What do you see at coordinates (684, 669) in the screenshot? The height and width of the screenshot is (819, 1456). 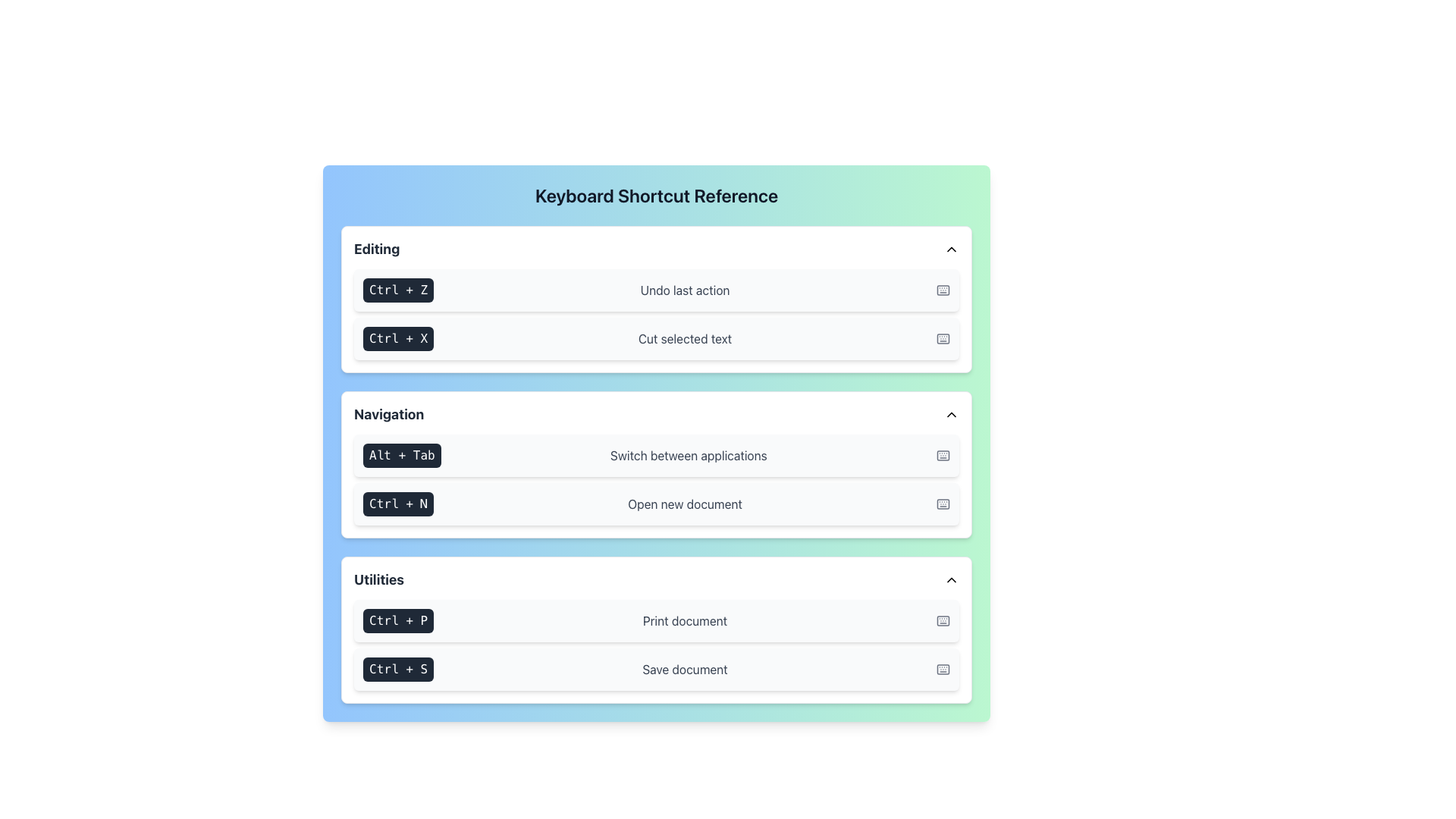 I see `the text label that indicates the function of the 'Ctrl + S' keyboard shortcut located in the bottom section of the 'Utilities' group` at bounding box center [684, 669].